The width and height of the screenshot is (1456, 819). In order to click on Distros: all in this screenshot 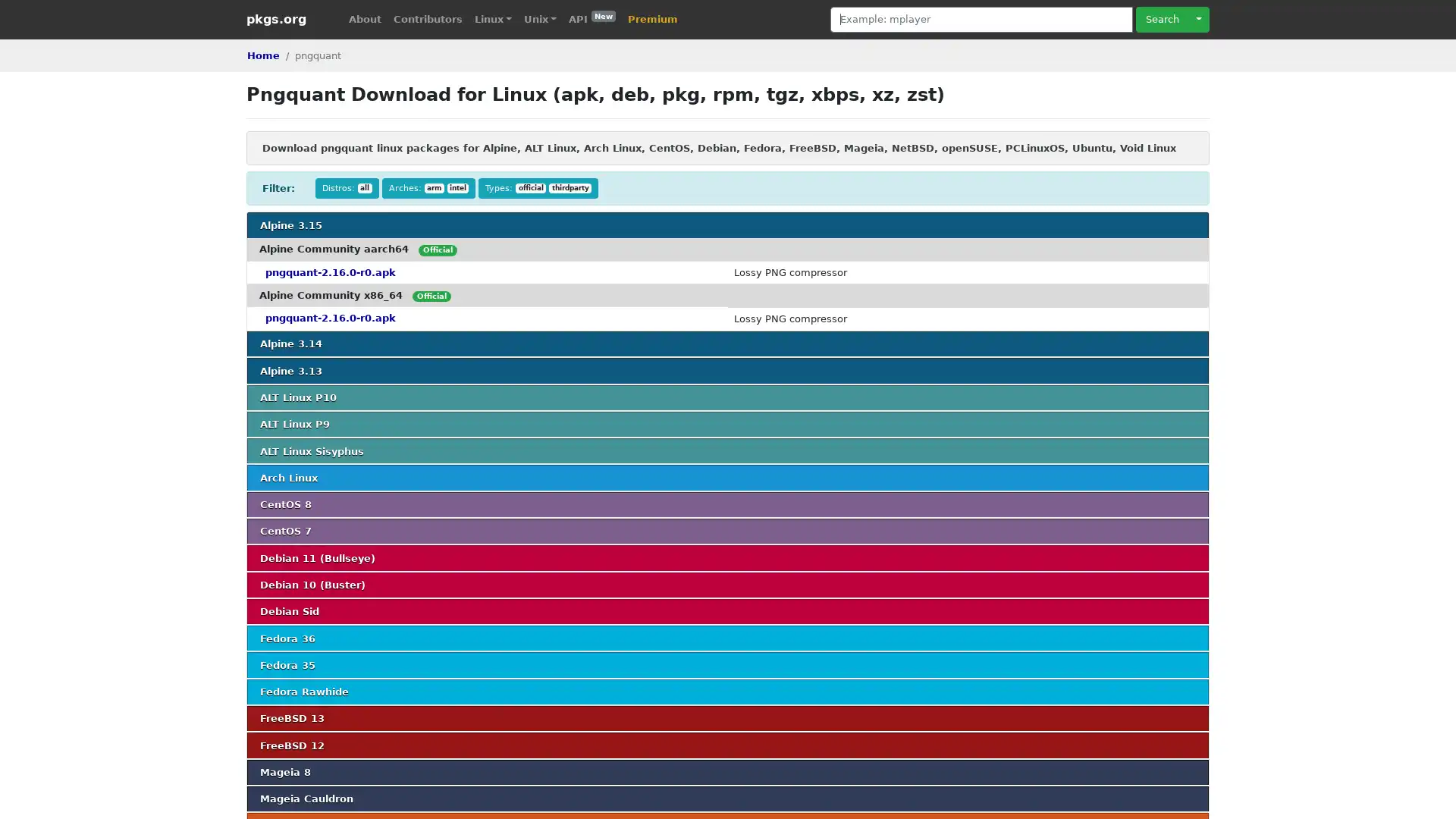, I will do `click(346, 187)`.